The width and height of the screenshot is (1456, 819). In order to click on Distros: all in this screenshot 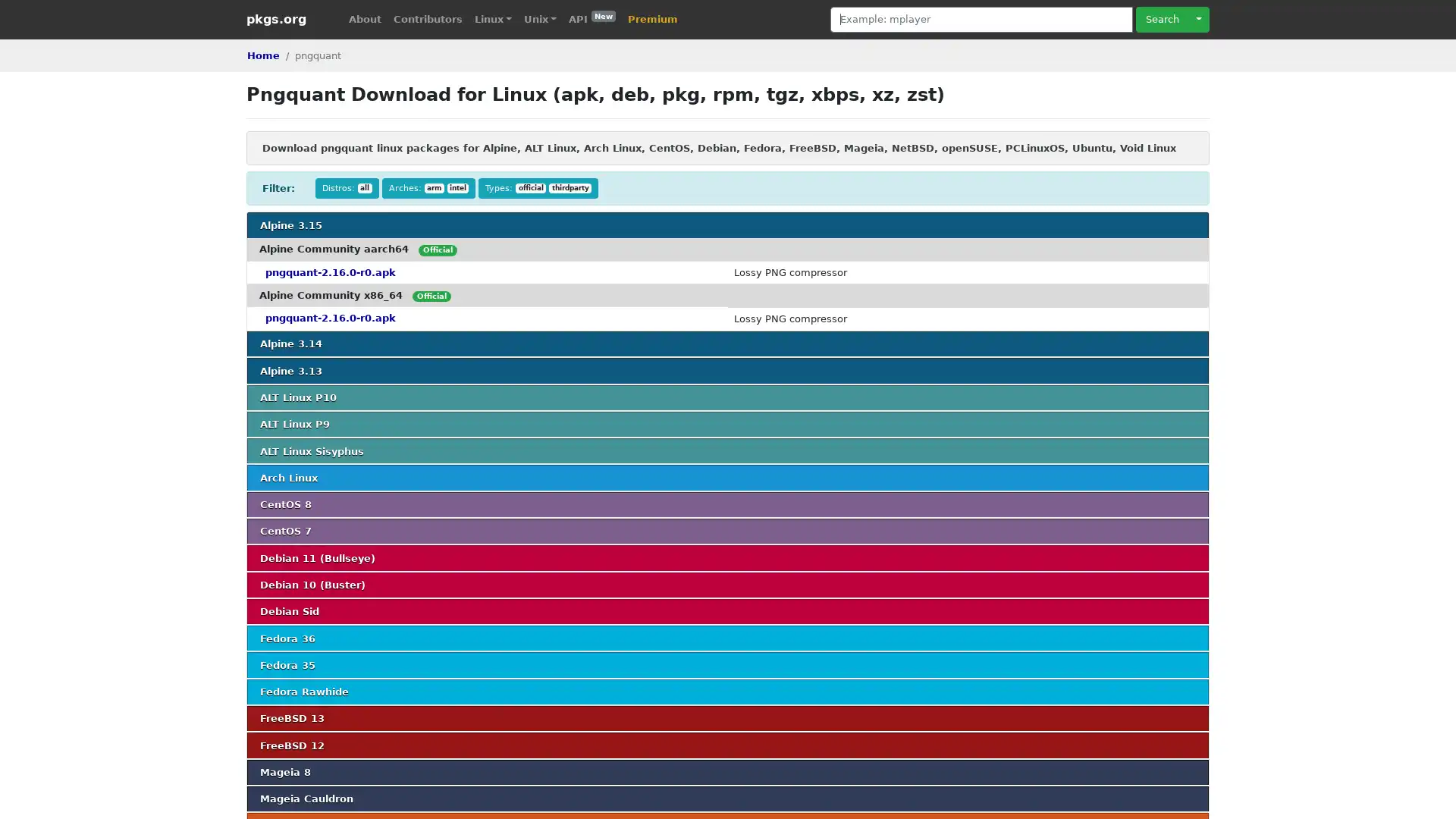, I will do `click(346, 187)`.